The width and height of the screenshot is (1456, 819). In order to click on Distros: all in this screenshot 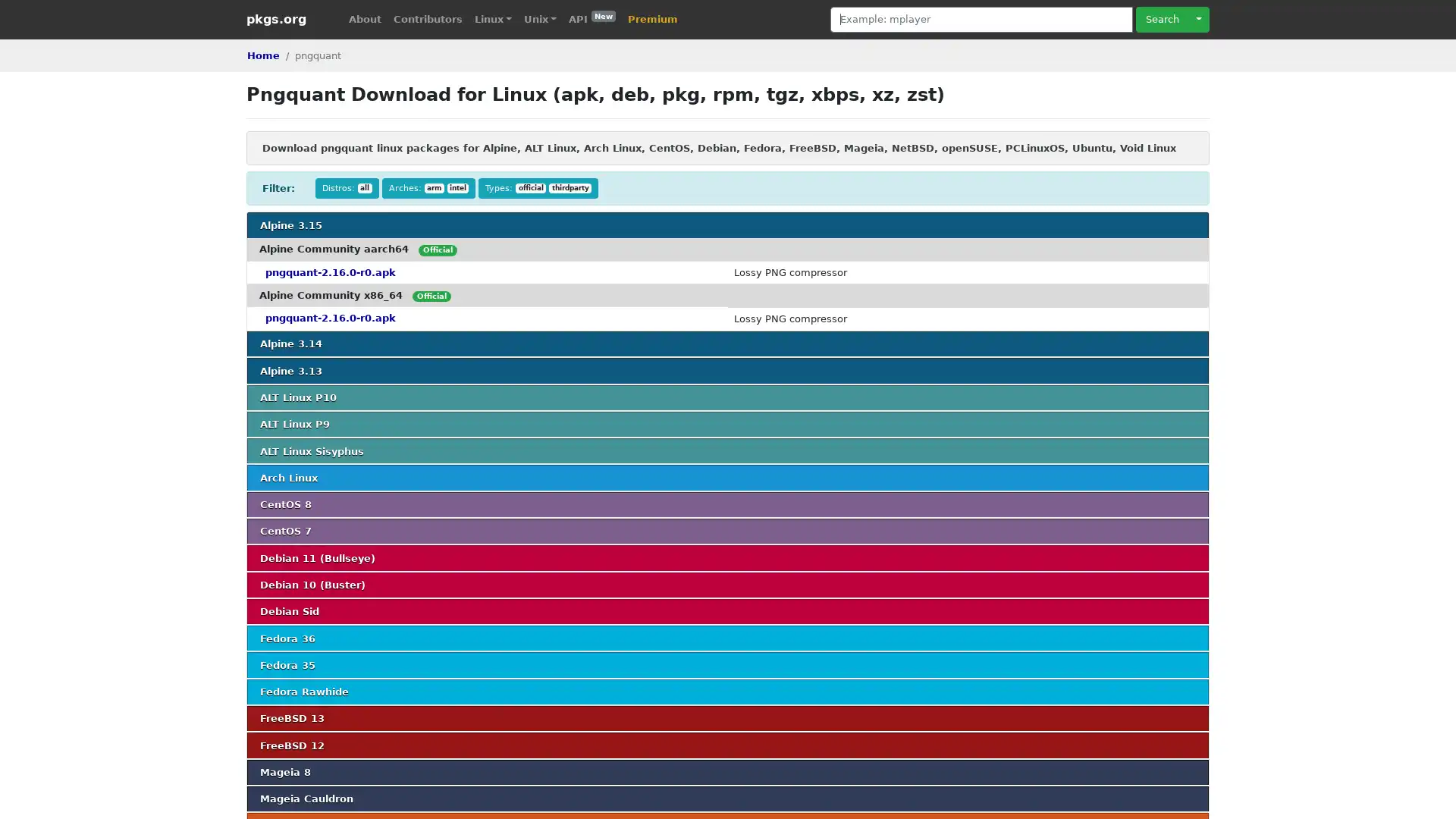, I will do `click(346, 187)`.